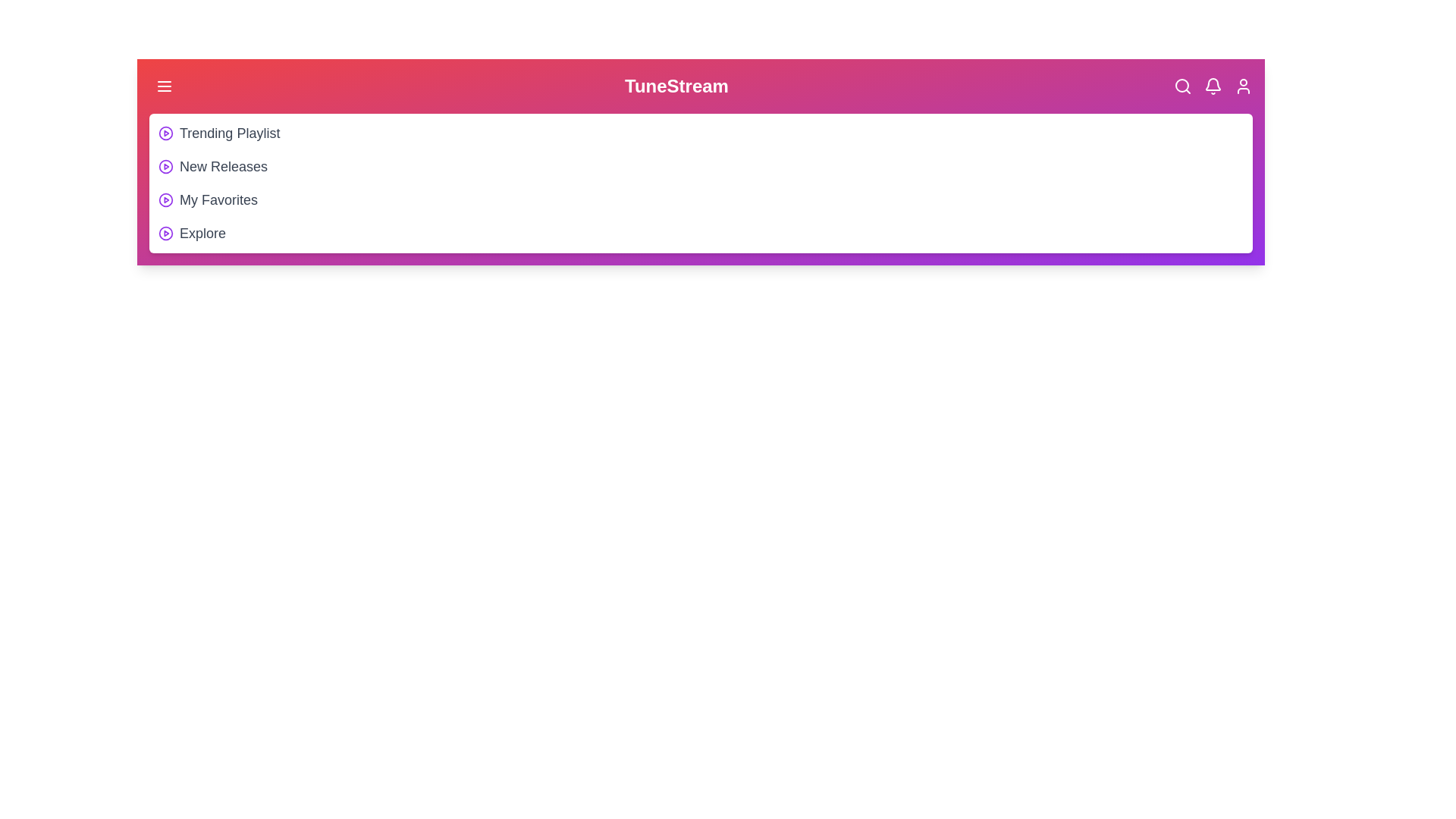 The height and width of the screenshot is (819, 1456). I want to click on the Search icon in the header, so click(1182, 86).